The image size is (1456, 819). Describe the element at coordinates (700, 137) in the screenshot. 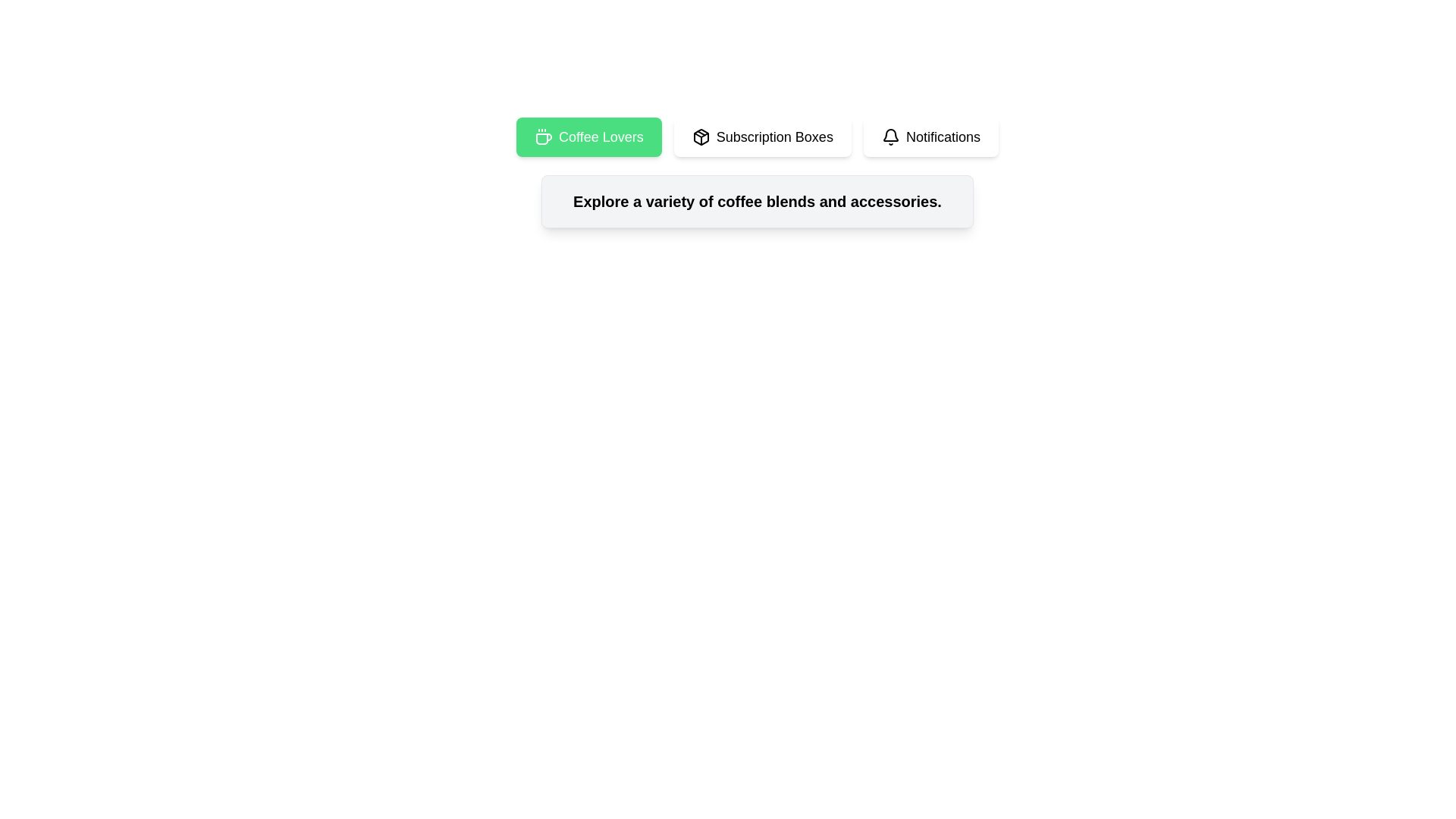

I see `the design of the Icon representing 'Subscription Boxes', which is positioned centrally within the corresponding button labeled 'Subscription Boxes'` at that location.